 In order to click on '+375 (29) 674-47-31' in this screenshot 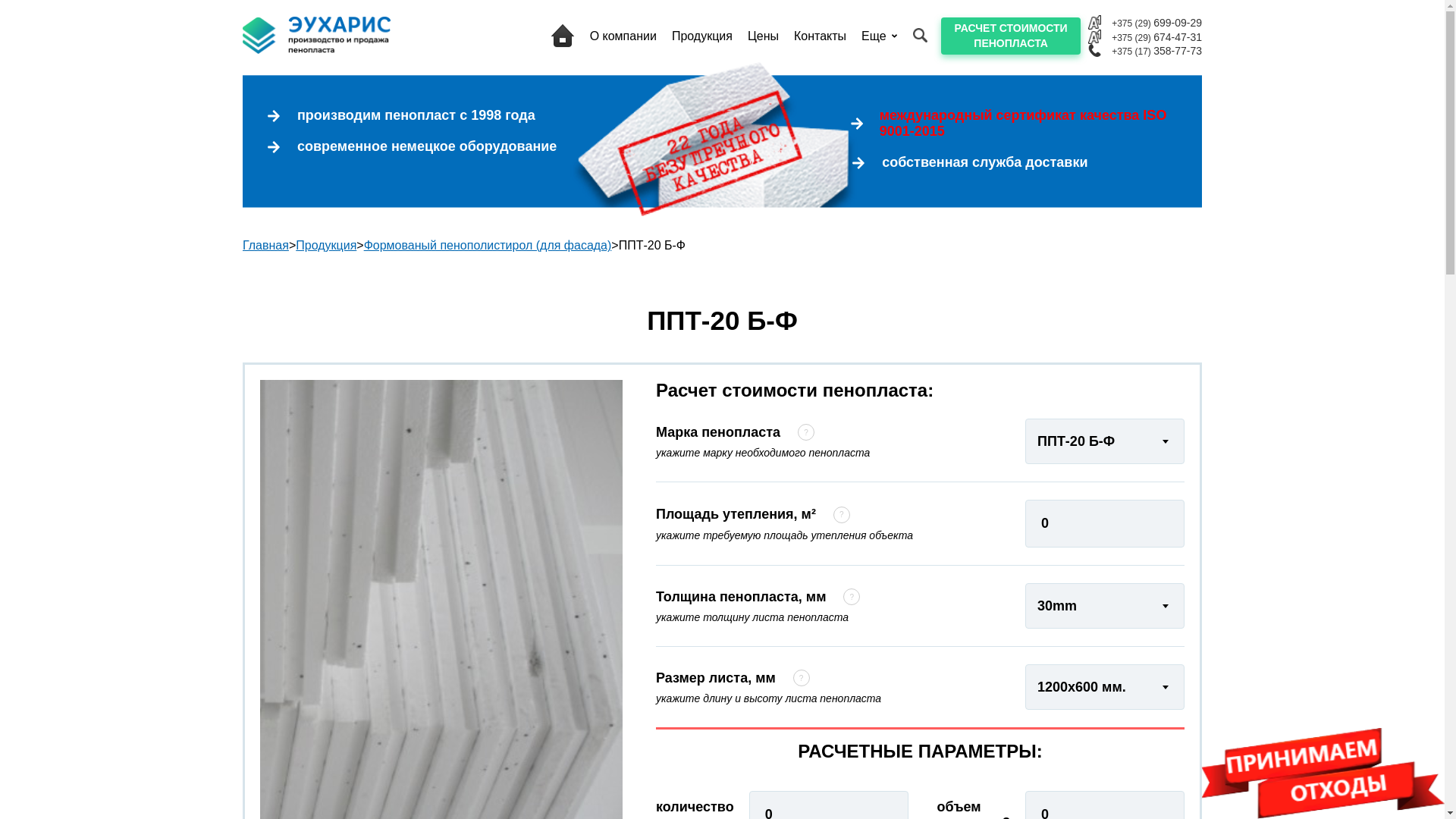, I will do `click(1151, 36)`.